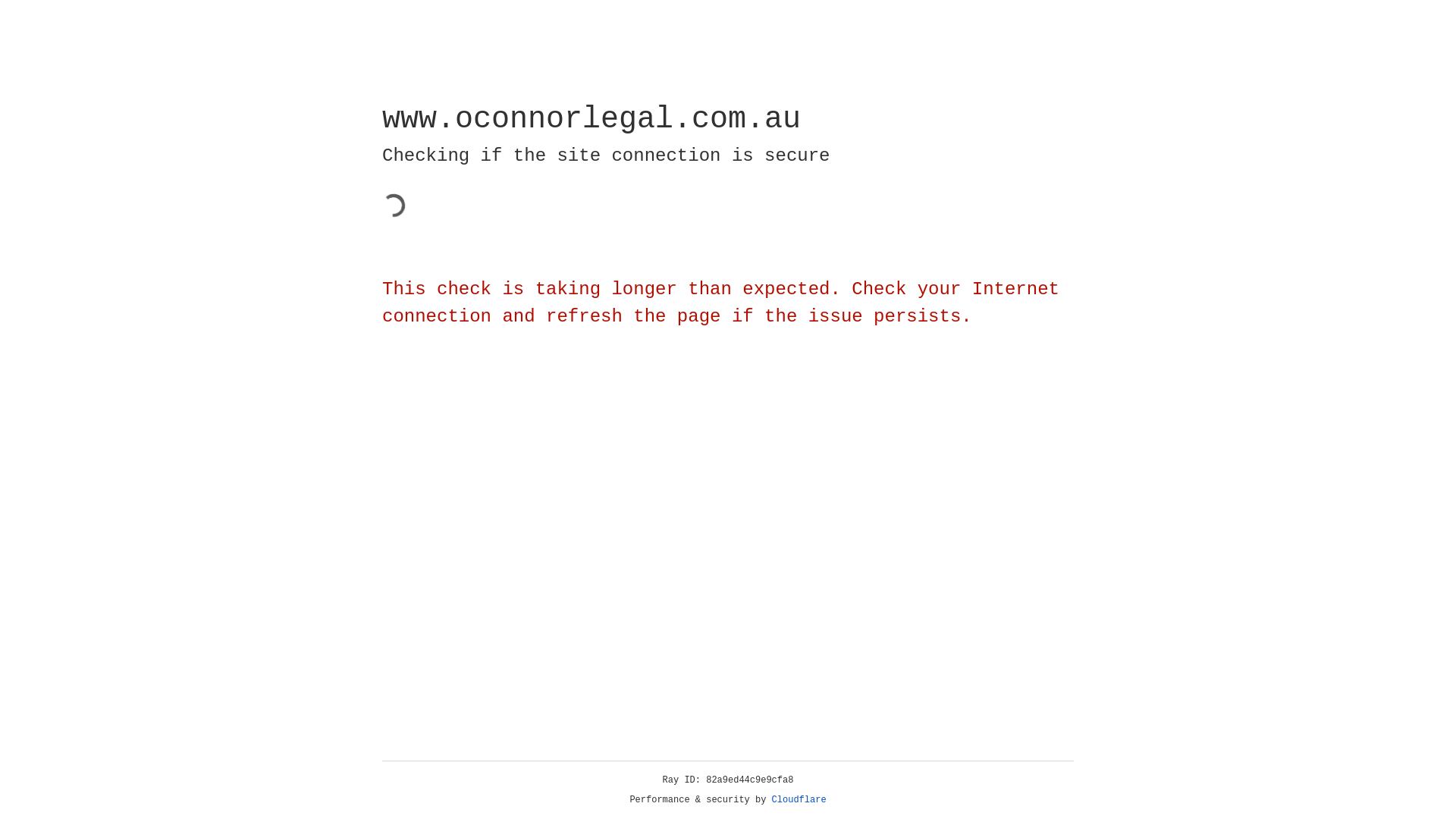  What do you see at coordinates (771, 799) in the screenshot?
I see `'Cloudflare'` at bounding box center [771, 799].